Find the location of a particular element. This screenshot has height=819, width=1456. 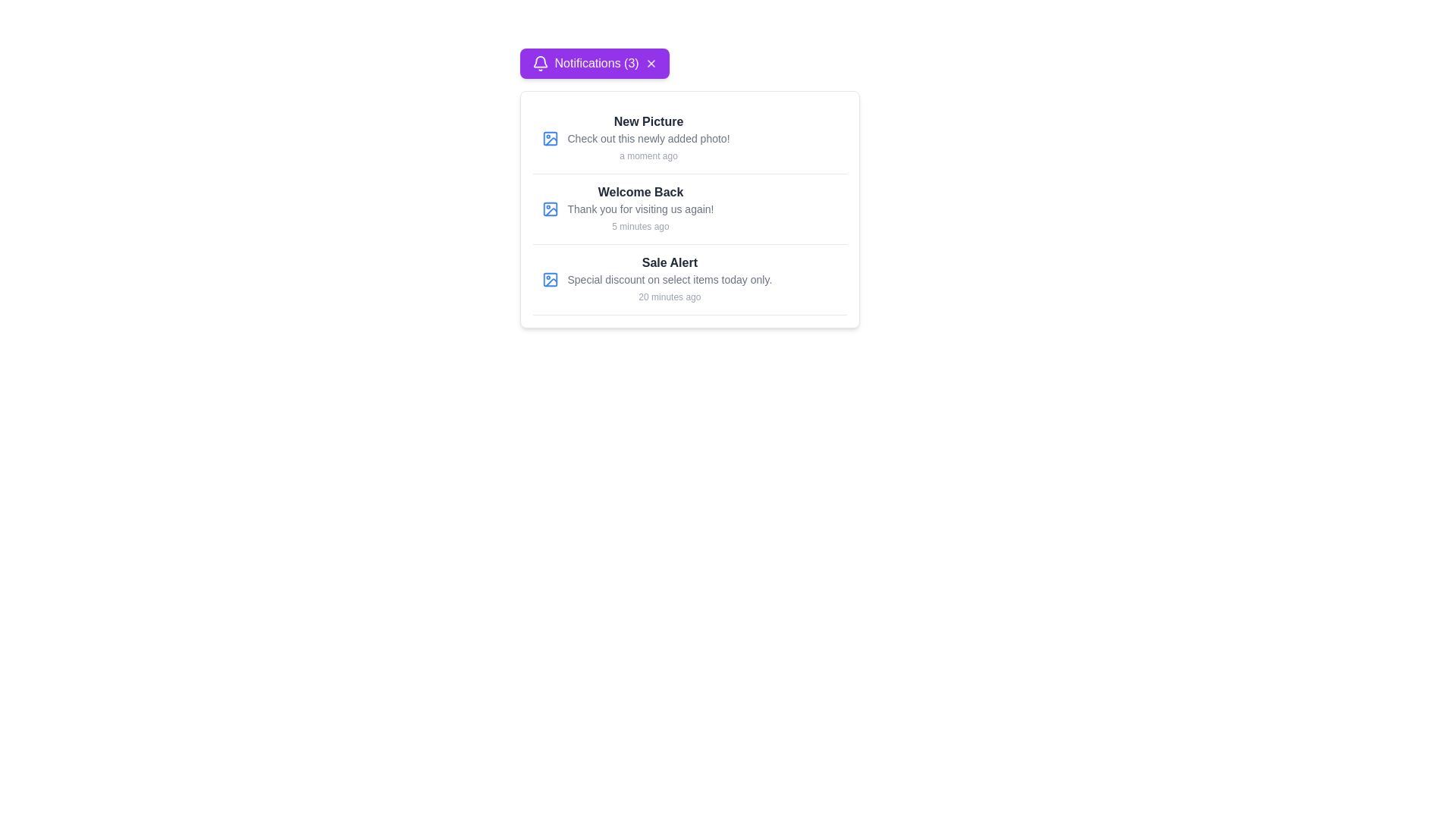

text content of the first notification item in the vertical list layout, which informs the user about a newly added picture is located at coordinates (689, 139).